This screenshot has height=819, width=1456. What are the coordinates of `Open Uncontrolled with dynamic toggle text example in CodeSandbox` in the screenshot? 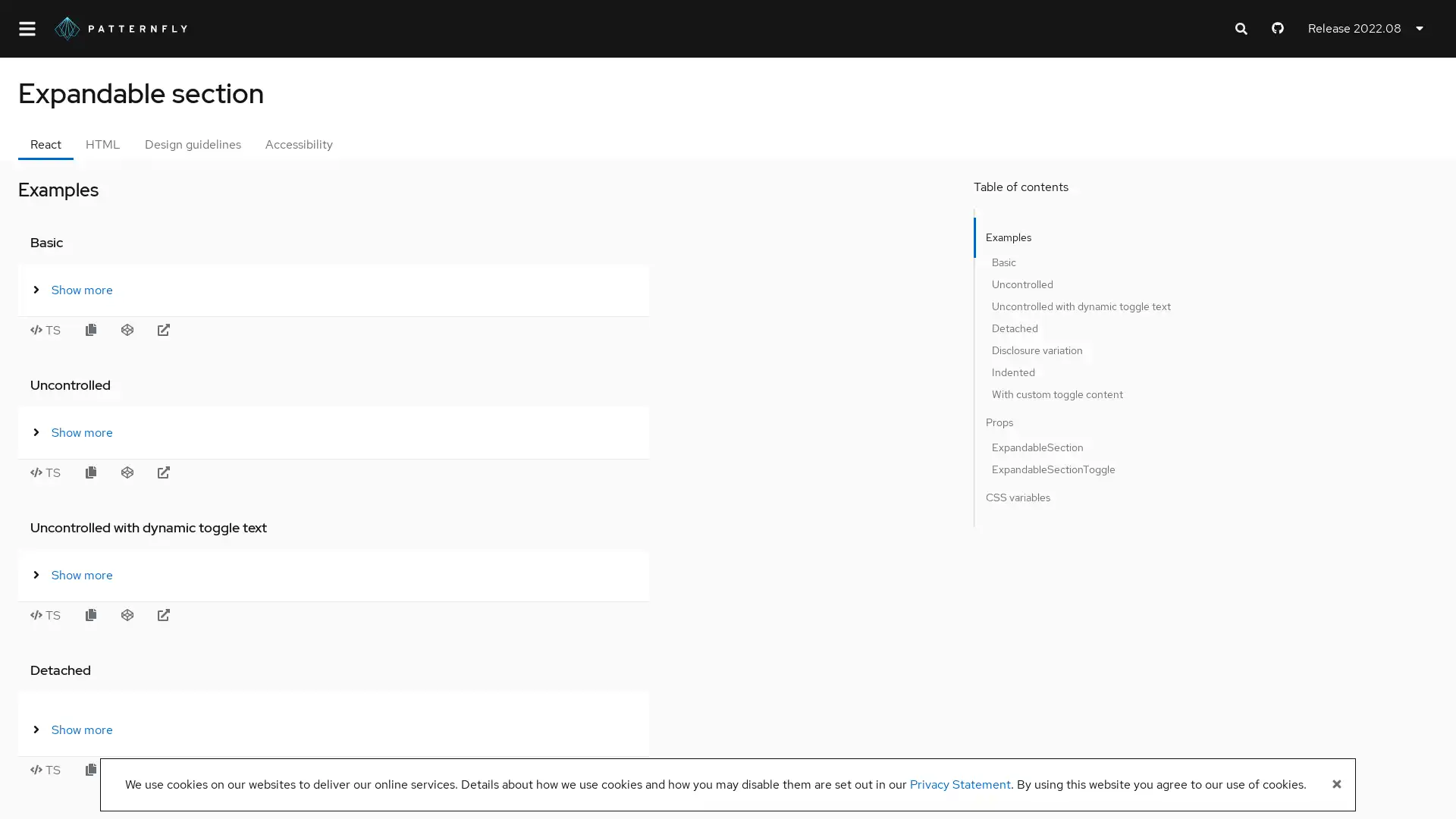 It's located at (346, 614).